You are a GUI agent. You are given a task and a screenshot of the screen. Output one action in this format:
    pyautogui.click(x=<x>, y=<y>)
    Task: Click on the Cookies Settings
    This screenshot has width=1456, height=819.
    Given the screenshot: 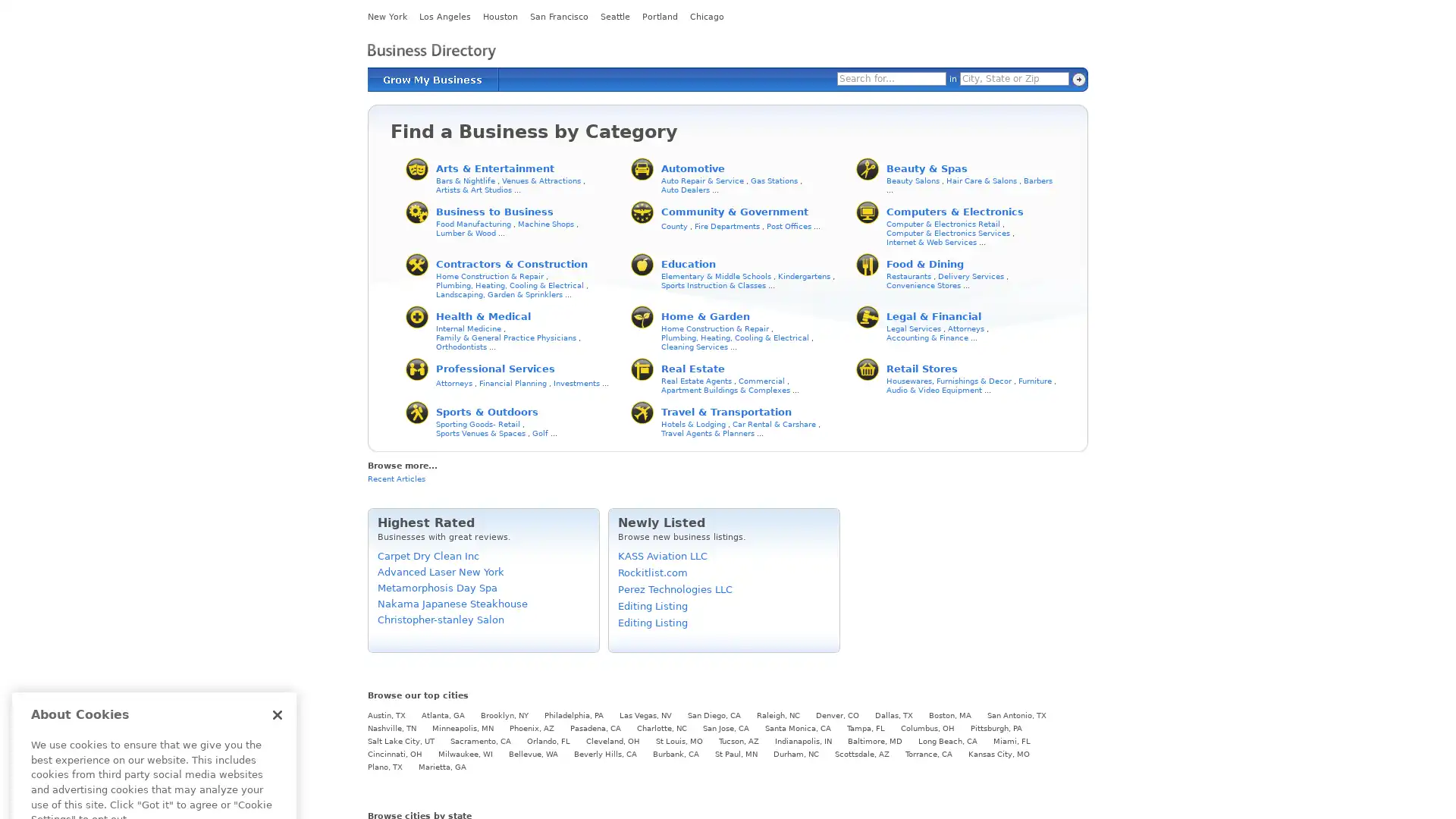 What is the action you would take?
    pyautogui.click(x=154, y=760)
    